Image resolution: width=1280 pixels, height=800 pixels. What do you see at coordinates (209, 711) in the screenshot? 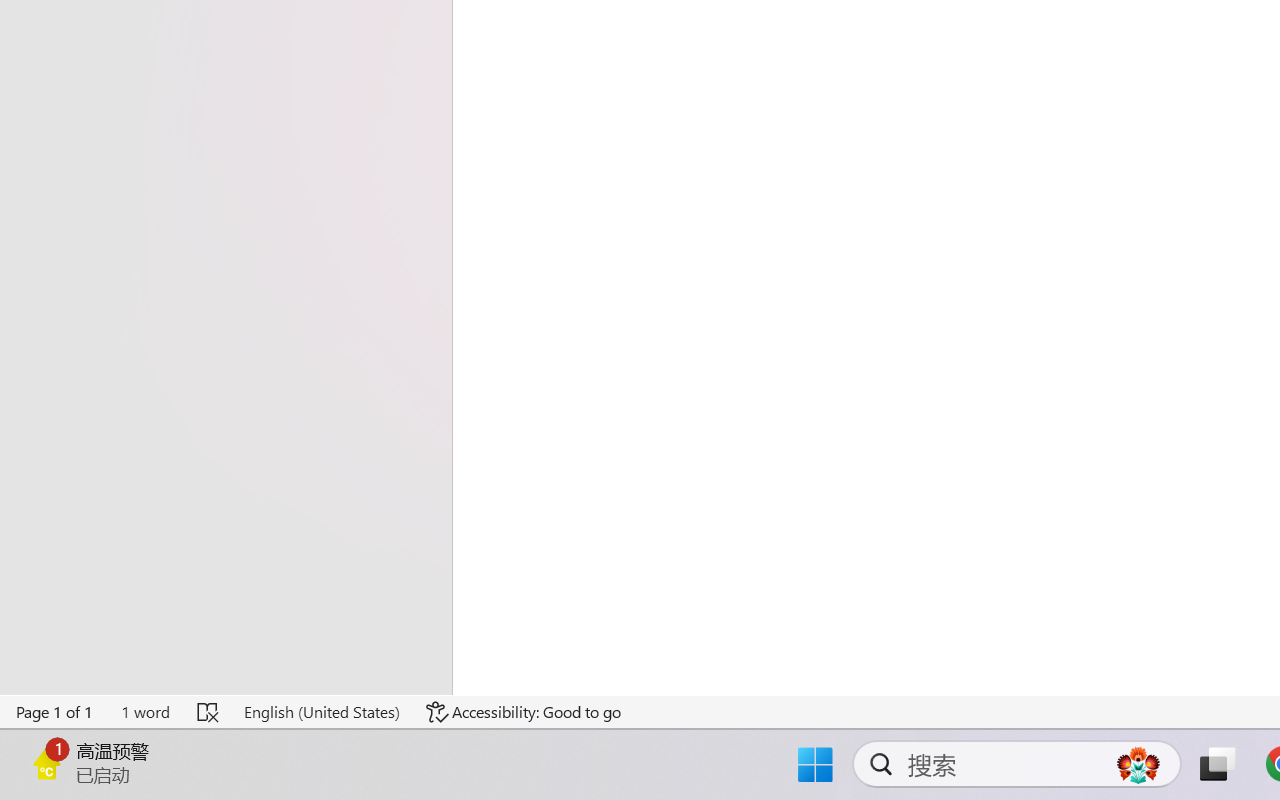
I see `'Spelling and Grammar Check Errors'` at bounding box center [209, 711].